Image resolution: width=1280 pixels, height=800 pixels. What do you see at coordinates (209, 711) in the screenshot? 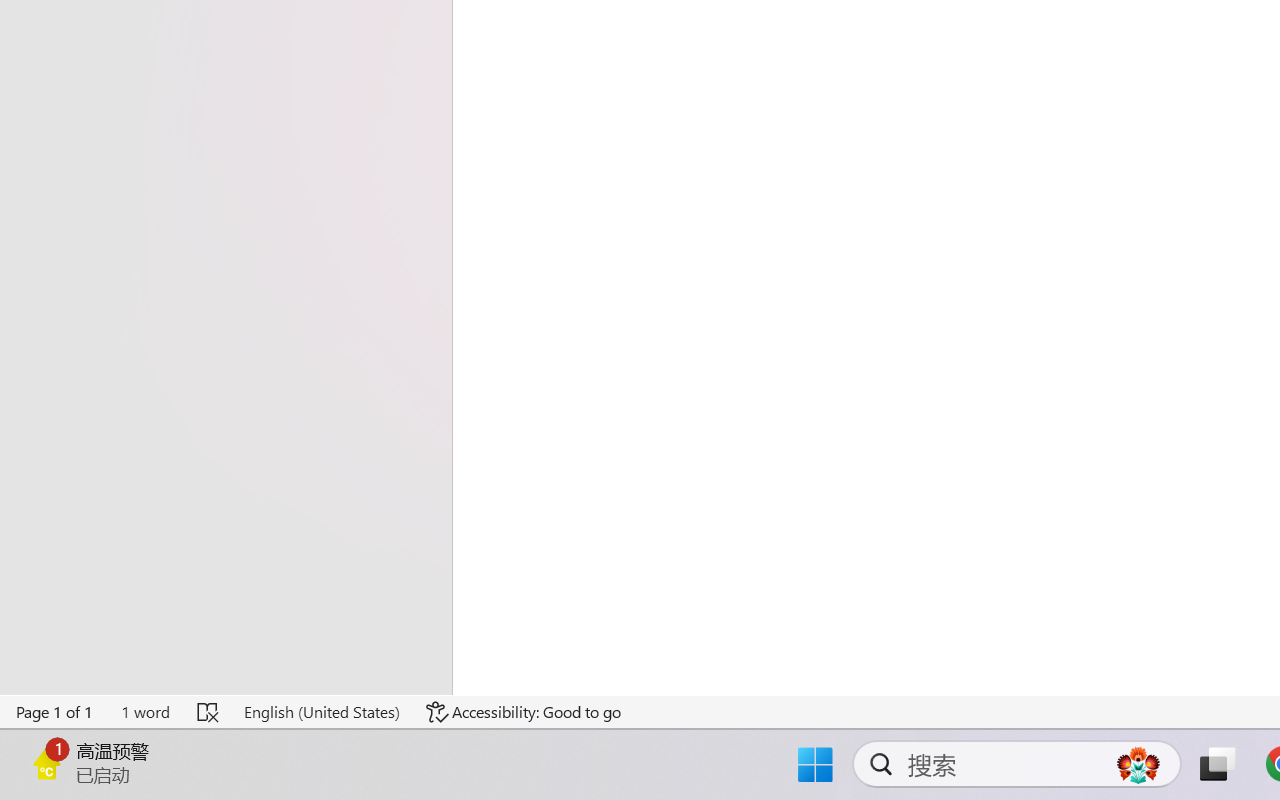
I see `'Spelling and Grammar Check Errors'` at bounding box center [209, 711].